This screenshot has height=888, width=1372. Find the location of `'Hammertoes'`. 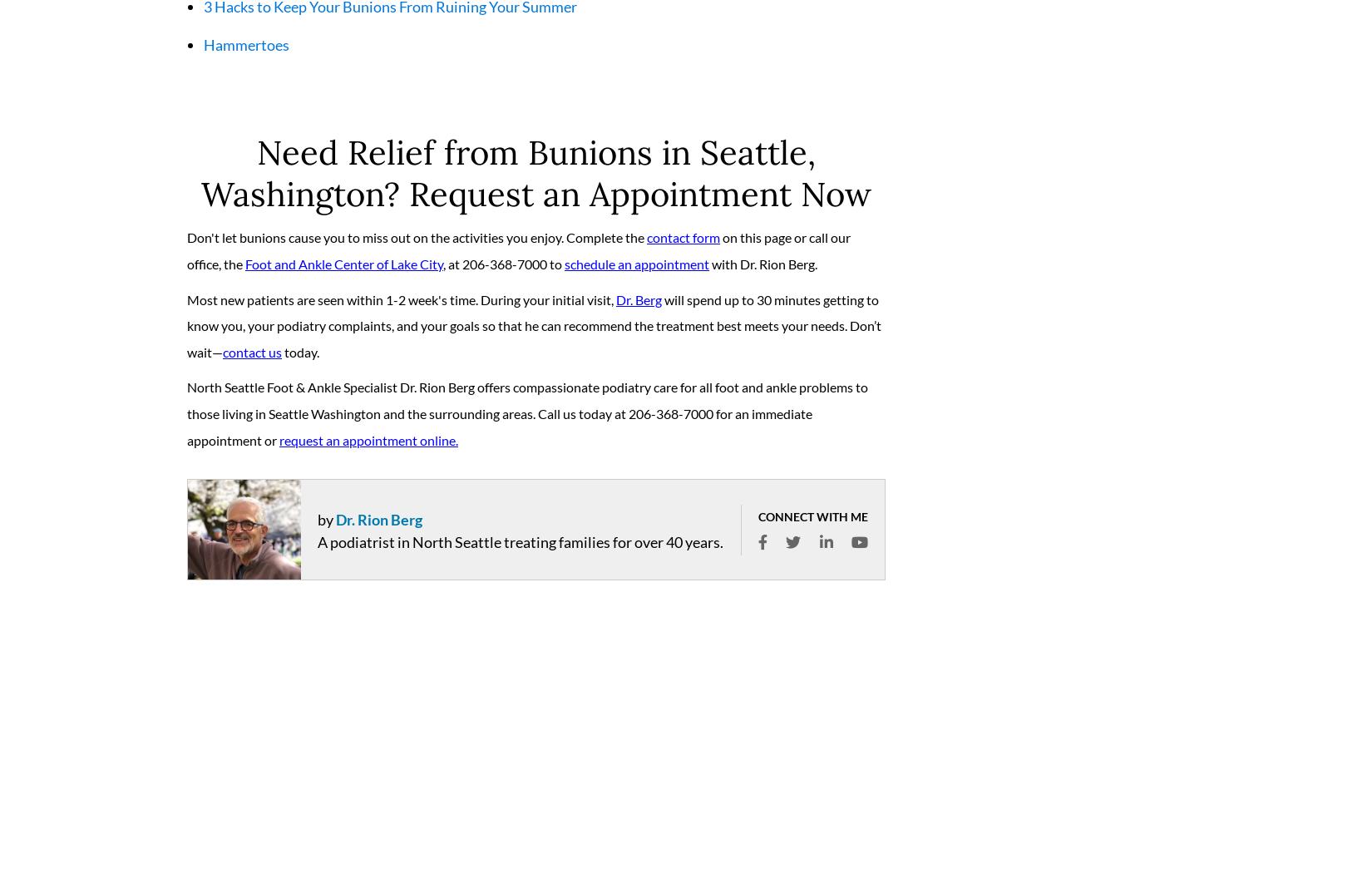

'Hammertoes' is located at coordinates (246, 51).